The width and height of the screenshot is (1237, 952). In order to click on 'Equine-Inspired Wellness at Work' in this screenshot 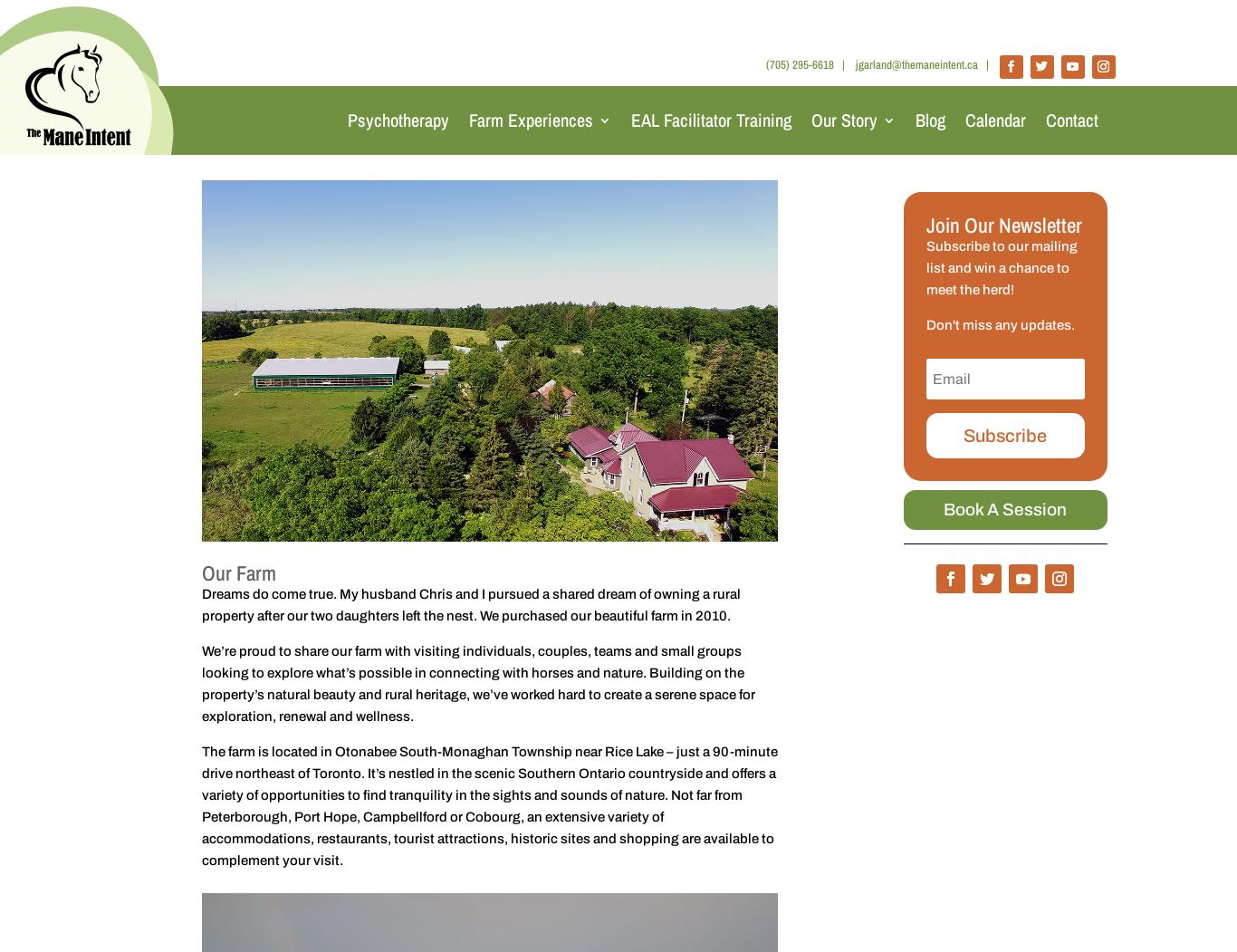, I will do `click(552, 291)`.